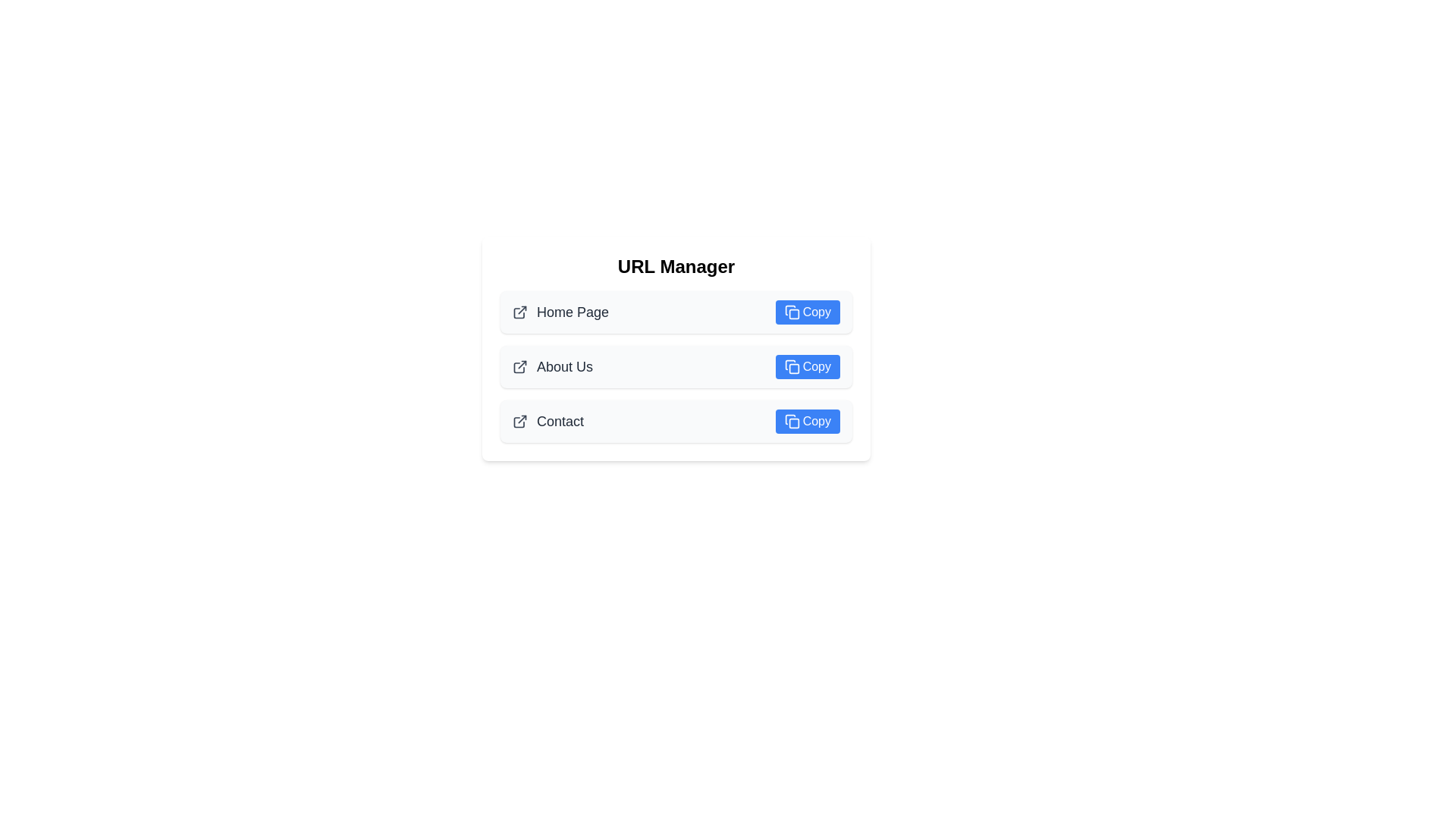 This screenshot has height=819, width=1456. What do you see at coordinates (793, 369) in the screenshot?
I see `the small rounded rectangle styled in light color (likely blue) that is located at the center of the 'Copy' button next to the 'About Us' label` at bounding box center [793, 369].